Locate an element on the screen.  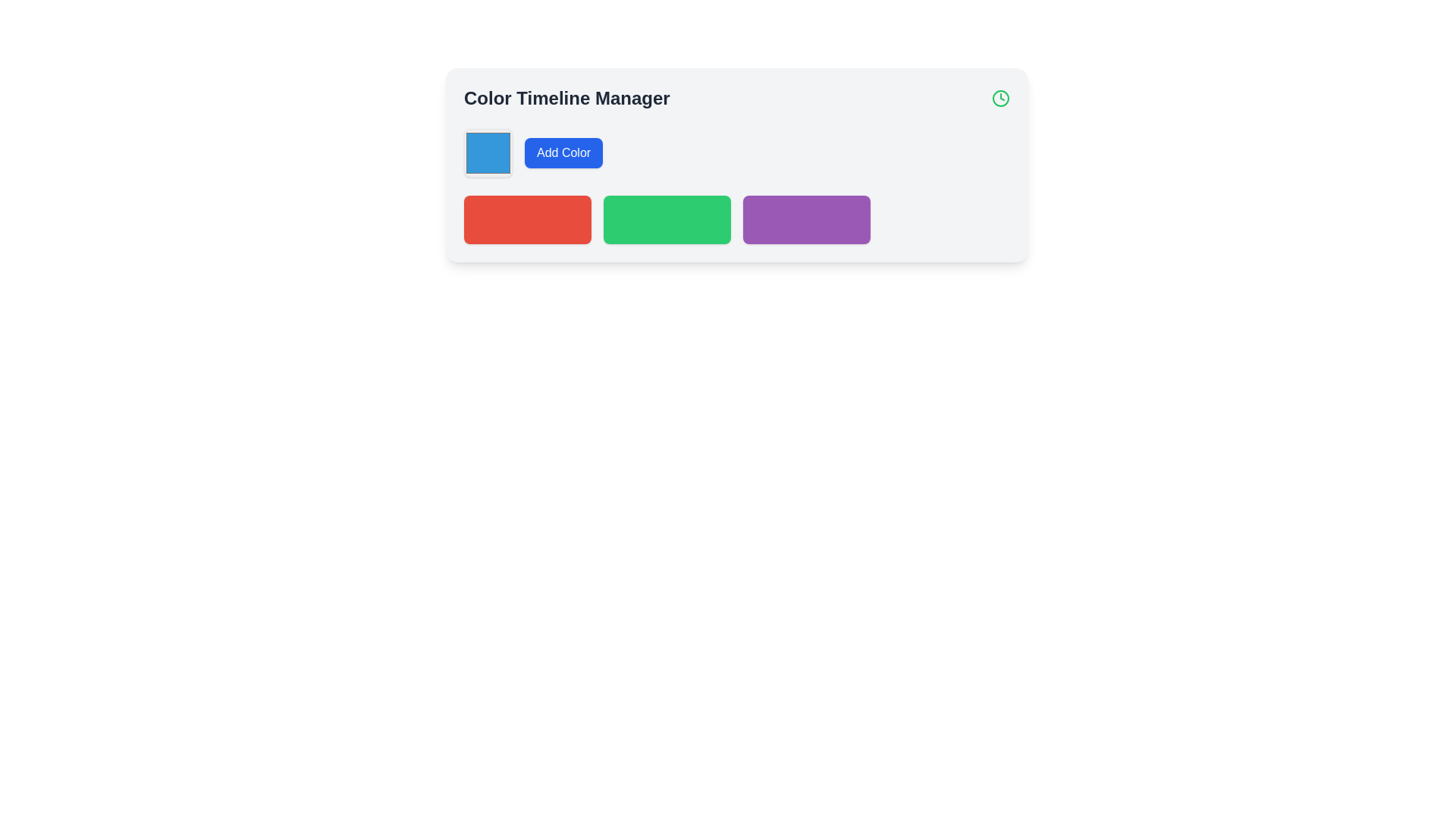
the SVG circle component located in the top-right corner of the interface, which is part of the green clock icon design is located at coordinates (1001, 99).